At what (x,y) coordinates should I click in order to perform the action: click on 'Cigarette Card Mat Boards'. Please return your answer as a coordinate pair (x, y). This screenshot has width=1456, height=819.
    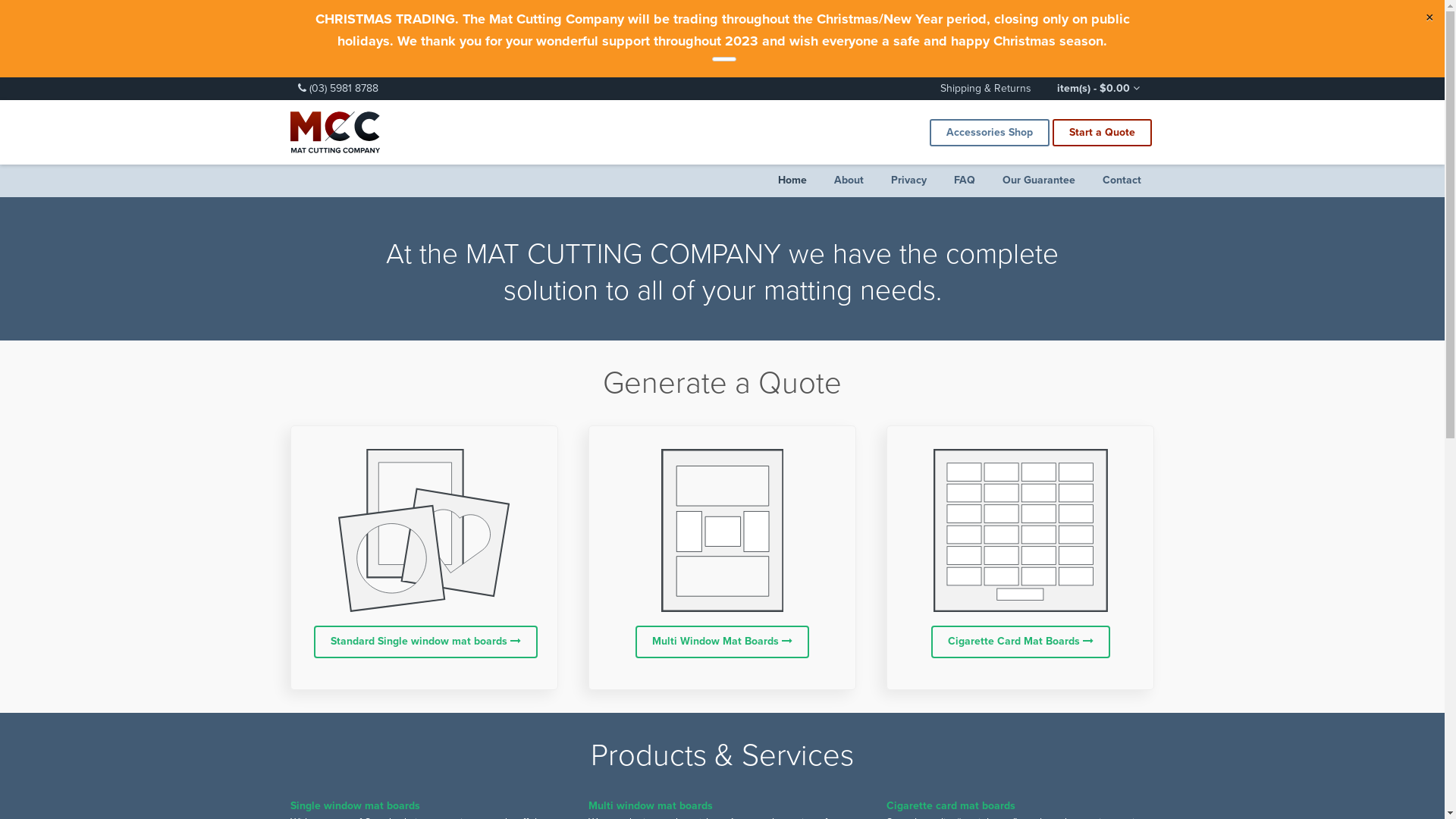
    Looking at the image, I should click on (1020, 642).